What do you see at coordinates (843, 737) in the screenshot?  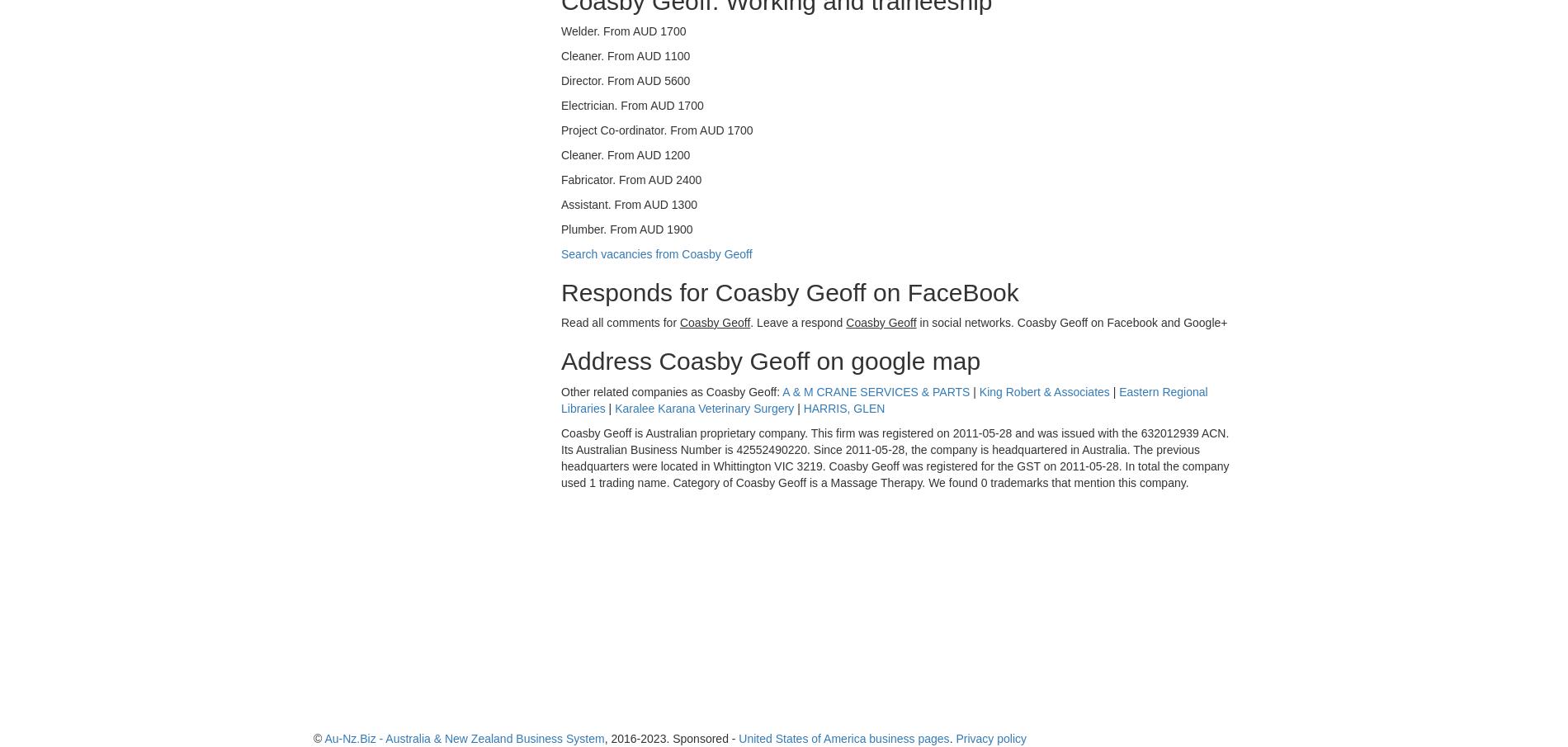 I see `'United States of America business pages'` at bounding box center [843, 737].